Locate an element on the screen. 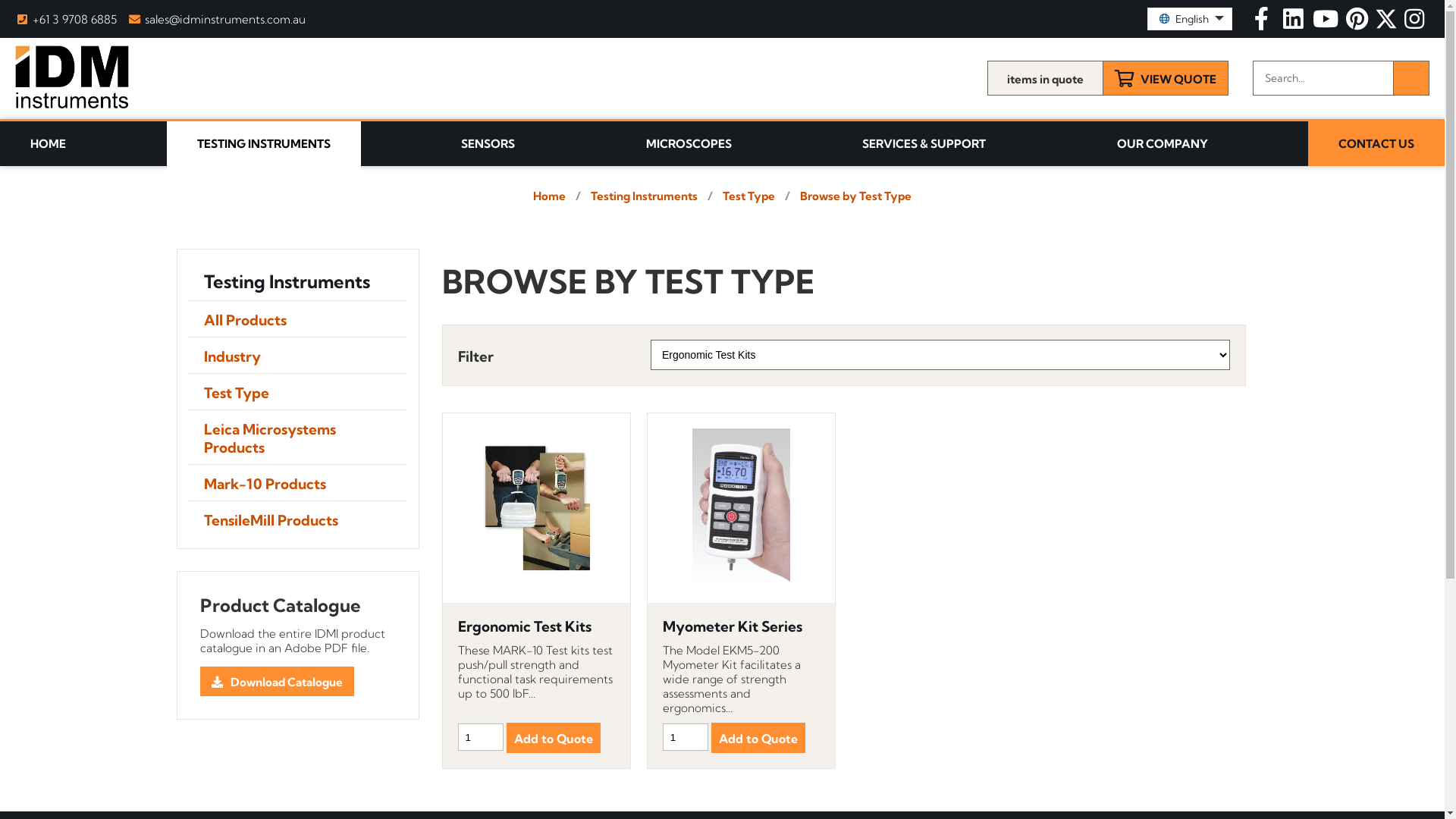 Image resolution: width=1456 pixels, height=819 pixels. 'CONTACT US' is located at coordinates (1376, 143).